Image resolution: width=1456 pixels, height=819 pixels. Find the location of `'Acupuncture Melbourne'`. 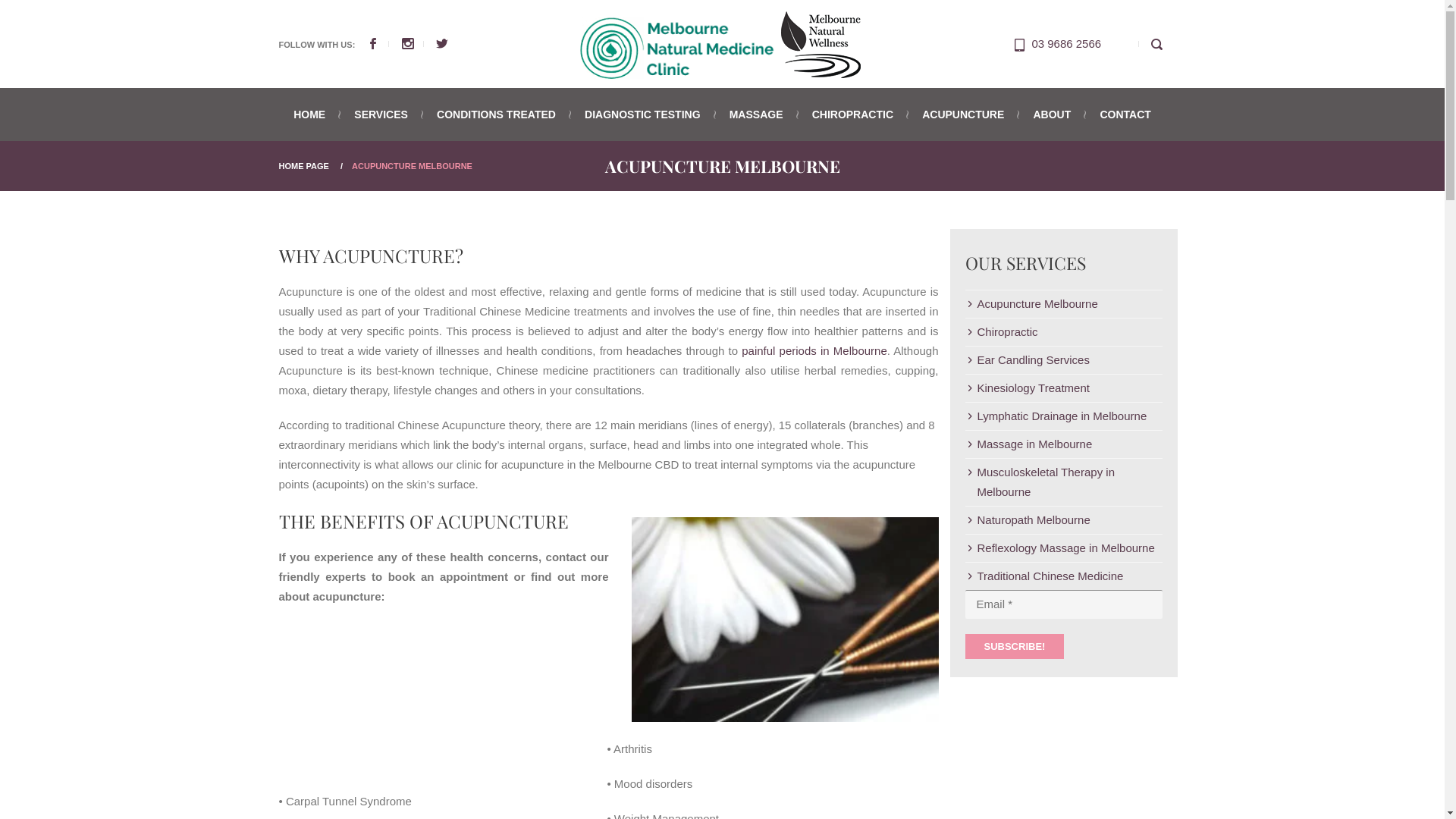

'Acupuncture Melbourne' is located at coordinates (773, 623).